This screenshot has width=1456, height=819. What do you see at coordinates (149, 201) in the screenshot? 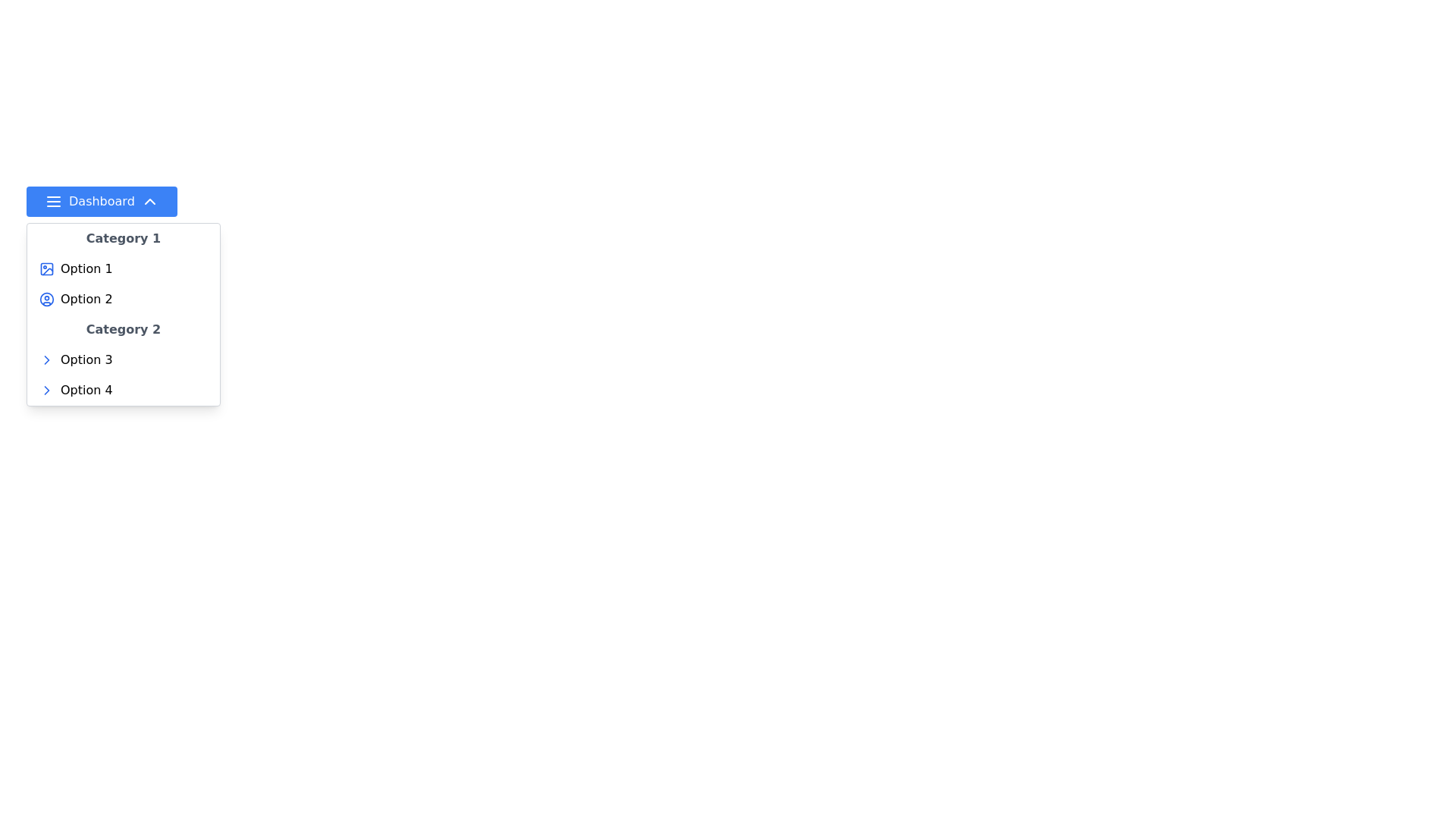
I see `the downward-facing chevron arrow icon, which is styled with a white outline on a blue background and located to the right of the 'Dashboard' text, indicating an expandable section` at bounding box center [149, 201].